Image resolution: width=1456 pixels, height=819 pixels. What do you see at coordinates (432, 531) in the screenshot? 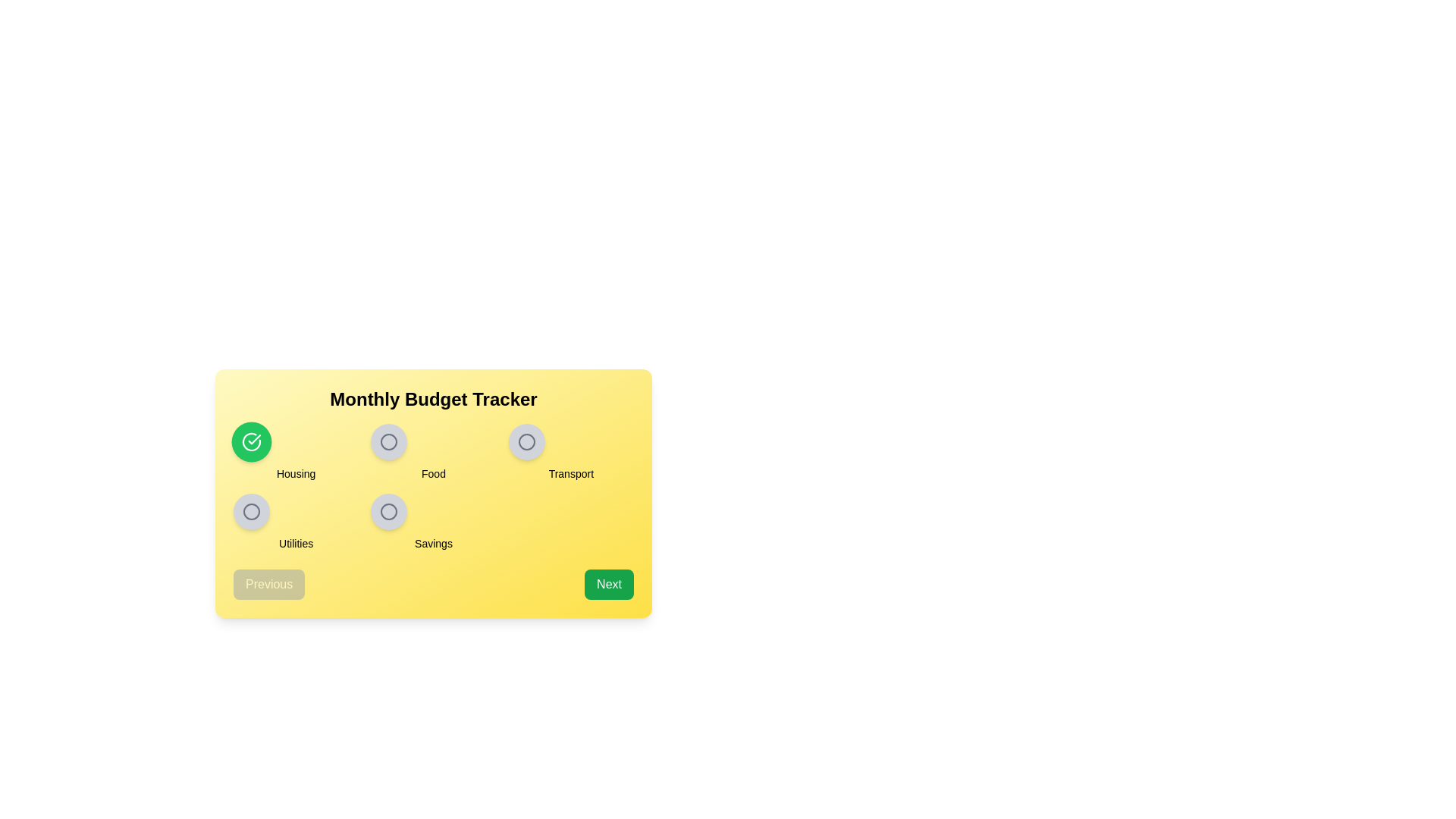
I see `the category icons within the budget tracker overview interface` at bounding box center [432, 531].